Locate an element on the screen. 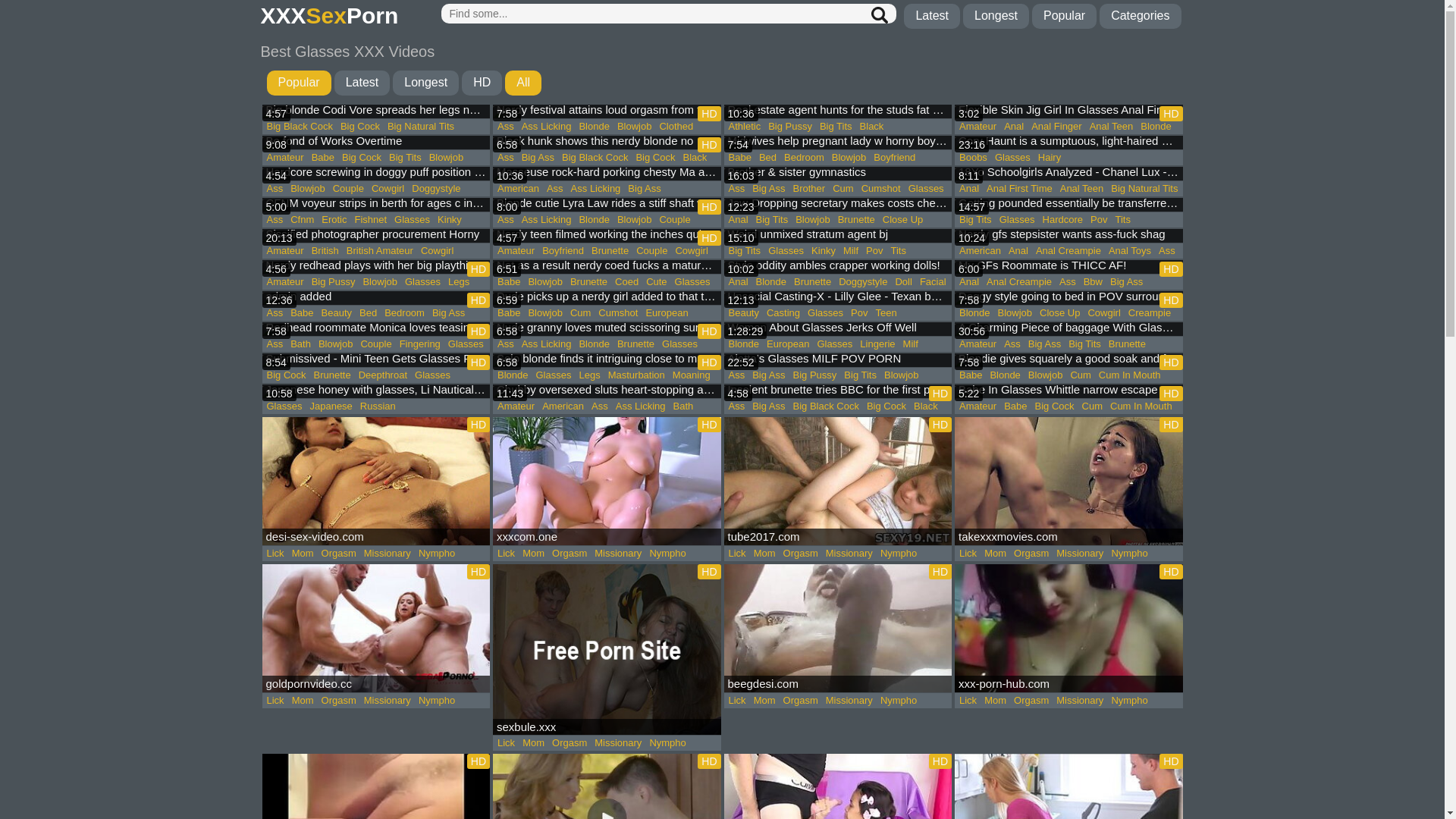  'Lick' is located at coordinates (275, 553).